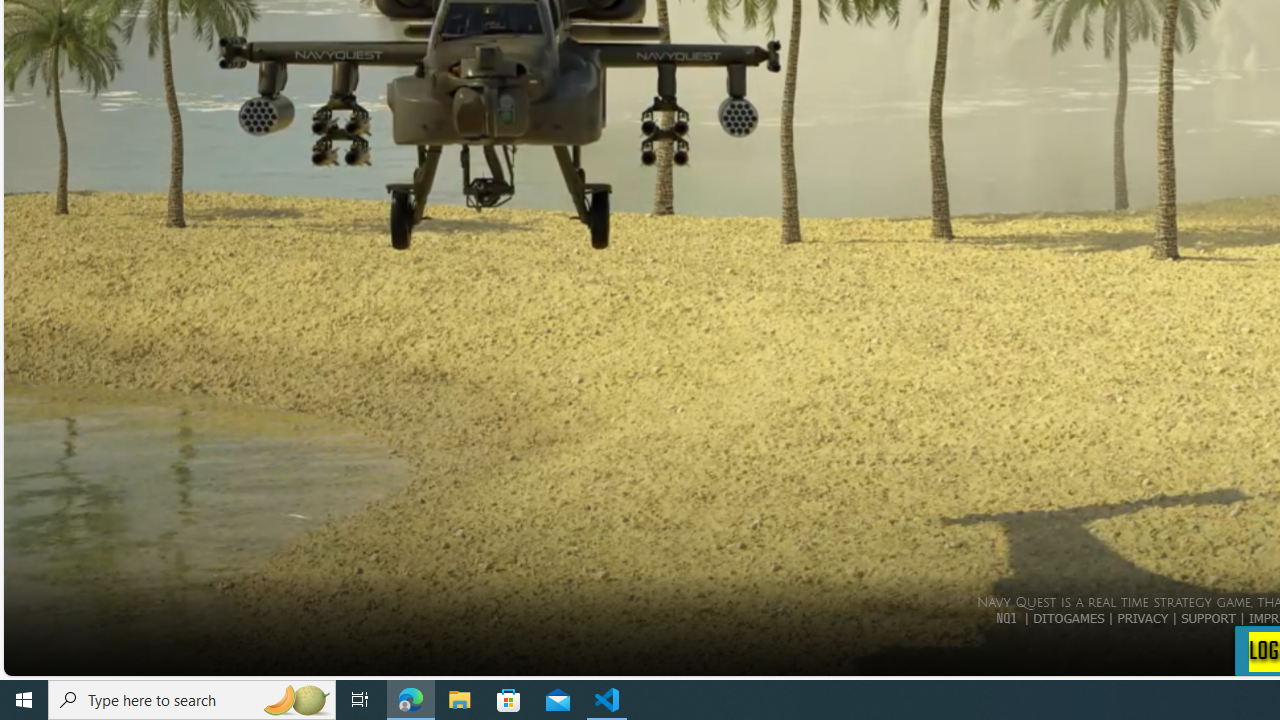 Image resolution: width=1280 pixels, height=720 pixels. I want to click on 'SUPPORT', so click(1207, 616).